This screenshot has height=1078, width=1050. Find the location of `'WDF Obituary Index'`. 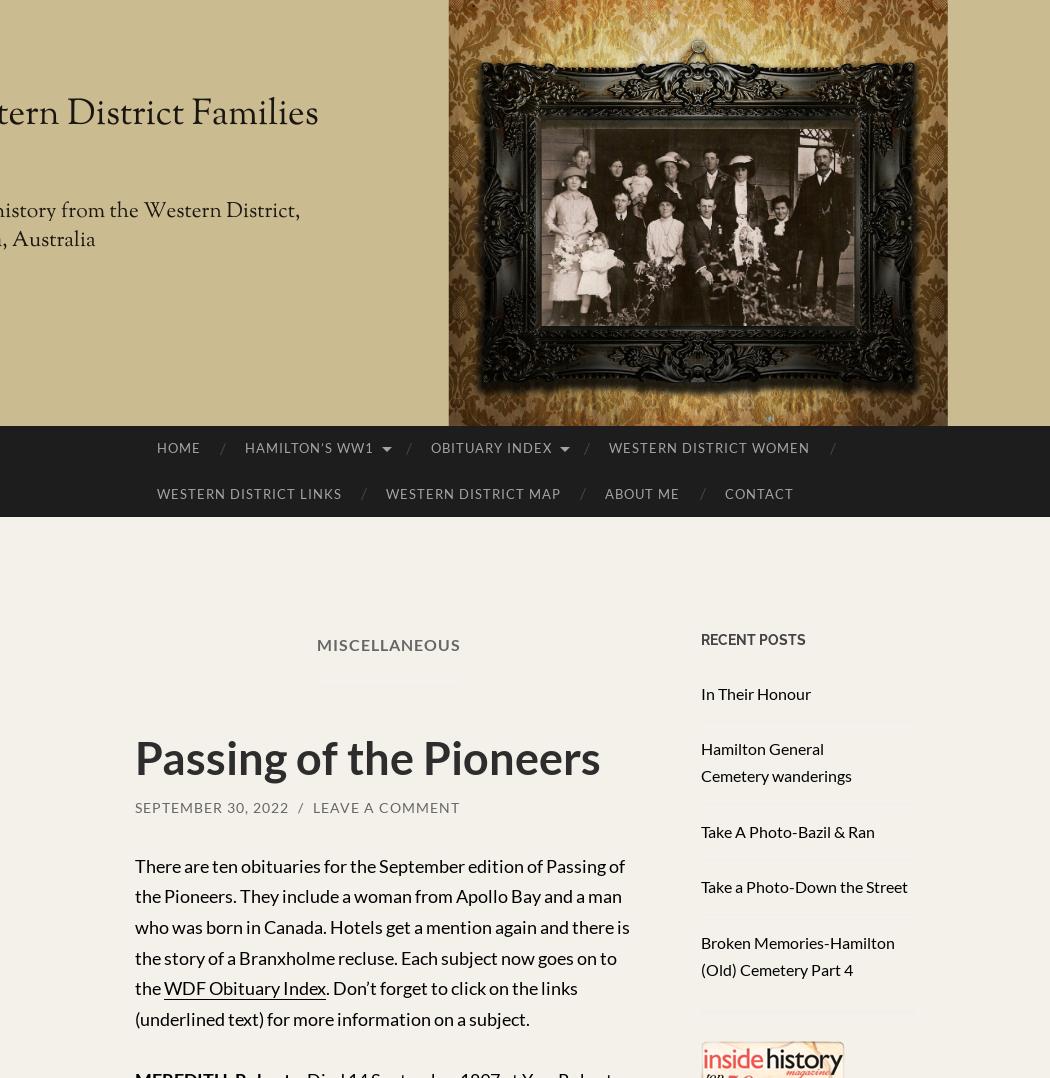

'WDF Obituary Index' is located at coordinates (244, 987).